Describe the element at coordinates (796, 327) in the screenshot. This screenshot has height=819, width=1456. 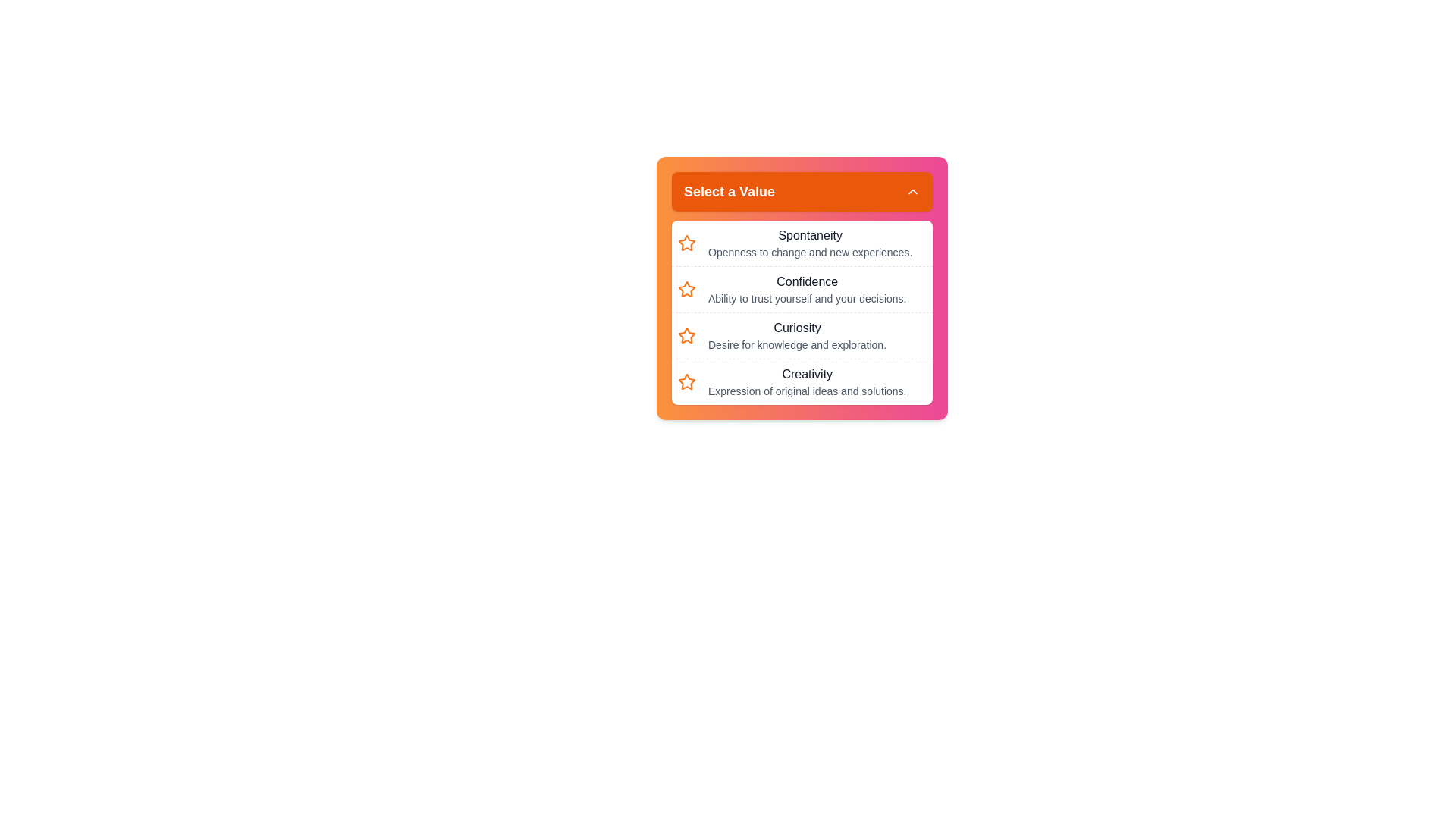
I see `the 'Curiosity' label within the dropdown menu titled 'Select a Value', which serves as a subheading for the description below it` at that location.